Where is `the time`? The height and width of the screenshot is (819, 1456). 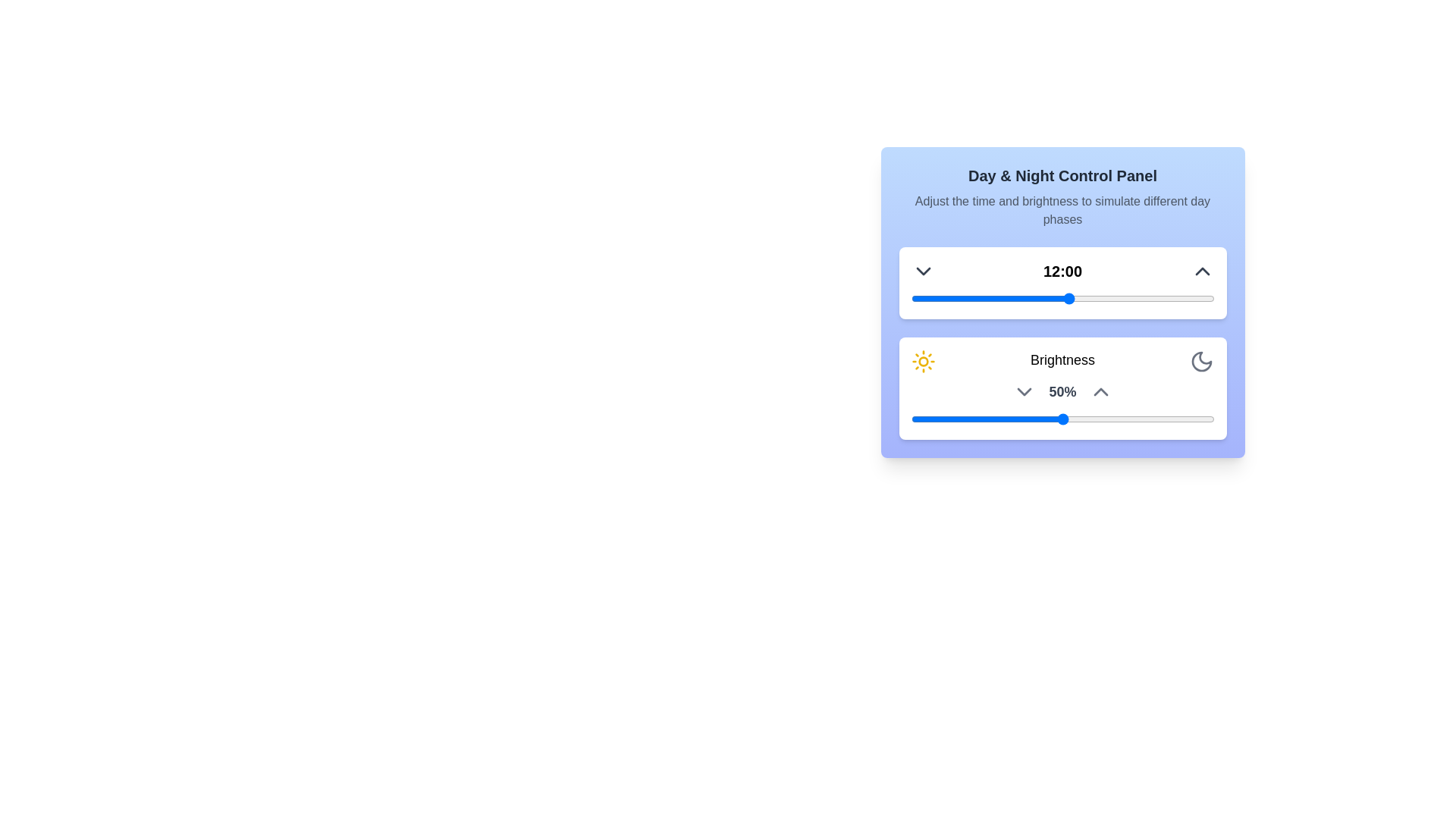 the time is located at coordinates (1109, 298).